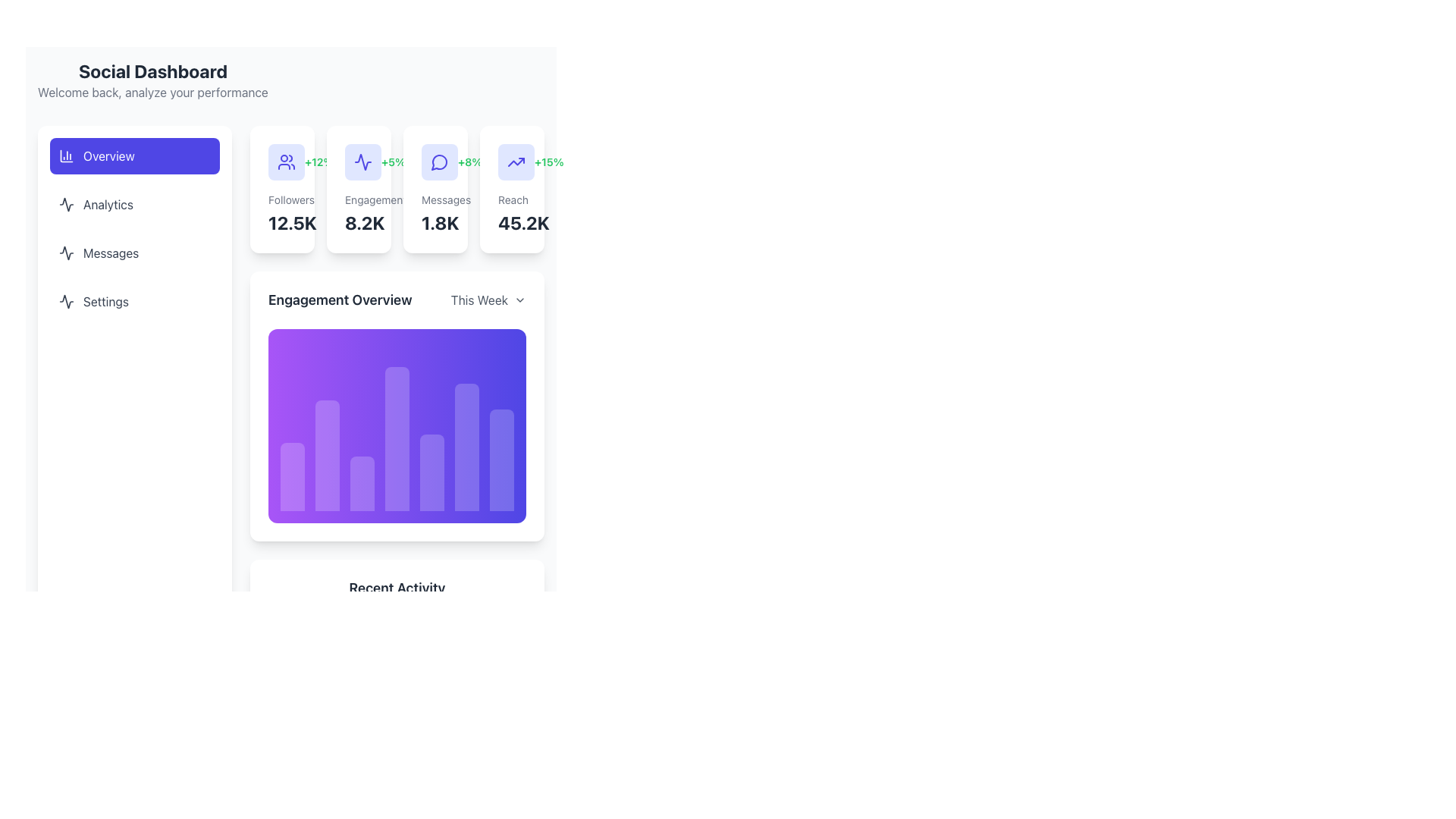 The image size is (1456, 819). What do you see at coordinates (358, 222) in the screenshot?
I see `the text label displaying '8.2K' which is styled in bold dark gray font, located in the second card labeled 'Engagement' below the 'Engagement' title` at bounding box center [358, 222].